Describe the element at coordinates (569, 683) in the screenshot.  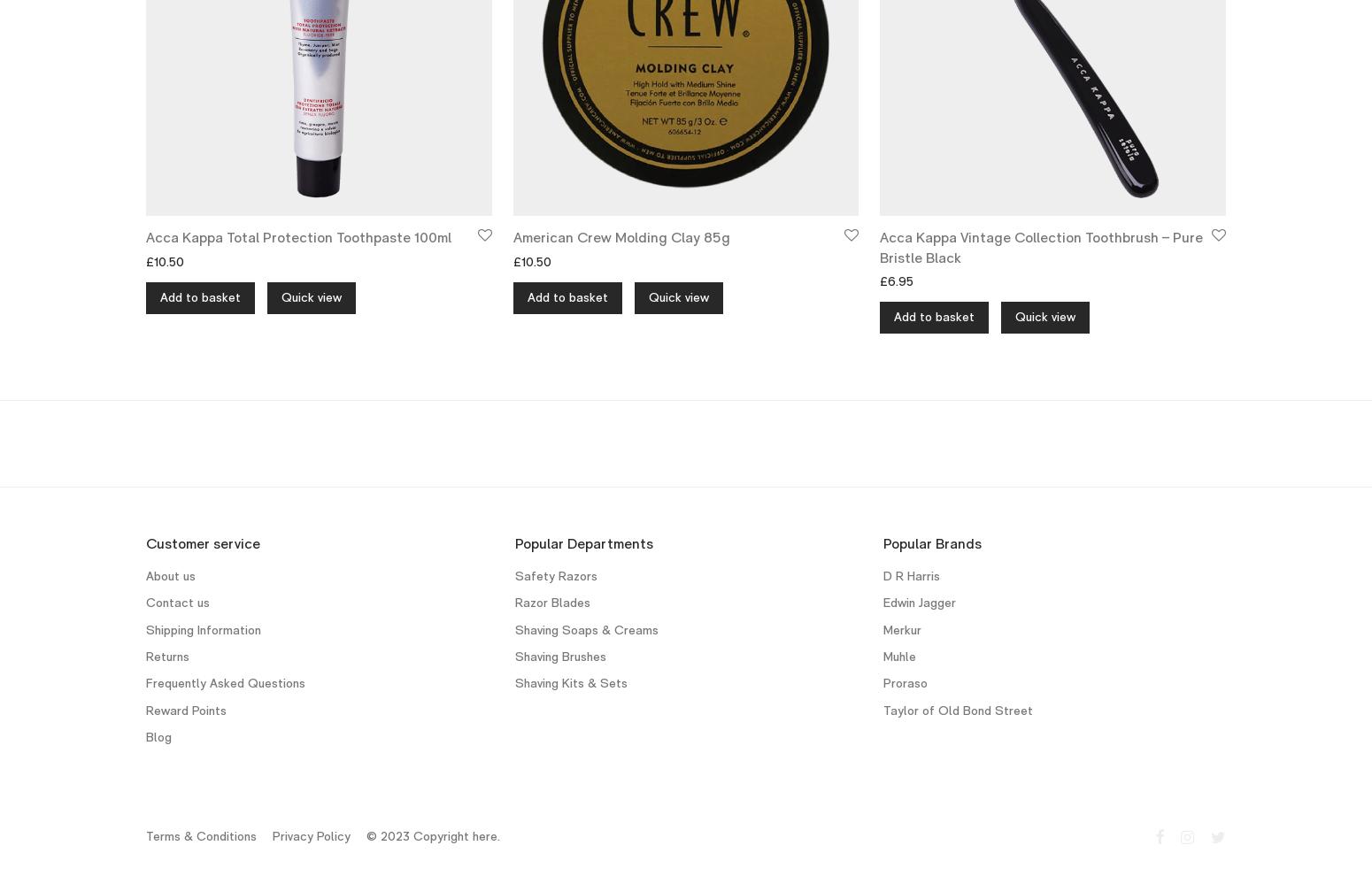
I see `'Shaving Kits & Sets'` at that location.